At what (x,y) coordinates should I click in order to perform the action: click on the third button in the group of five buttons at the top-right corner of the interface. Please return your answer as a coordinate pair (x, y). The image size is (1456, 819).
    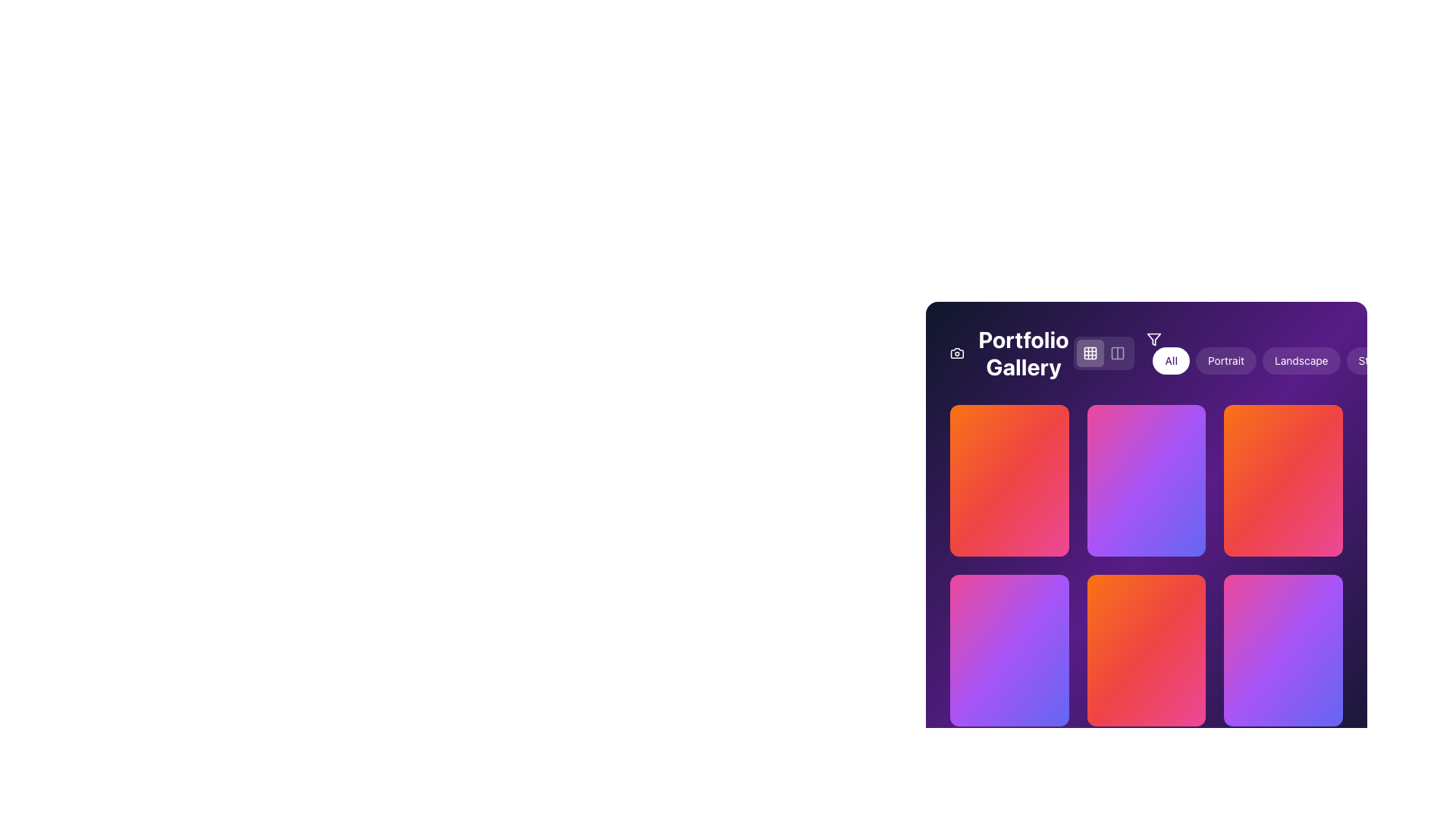
    Looking at the image, I should click on (1301, 360).